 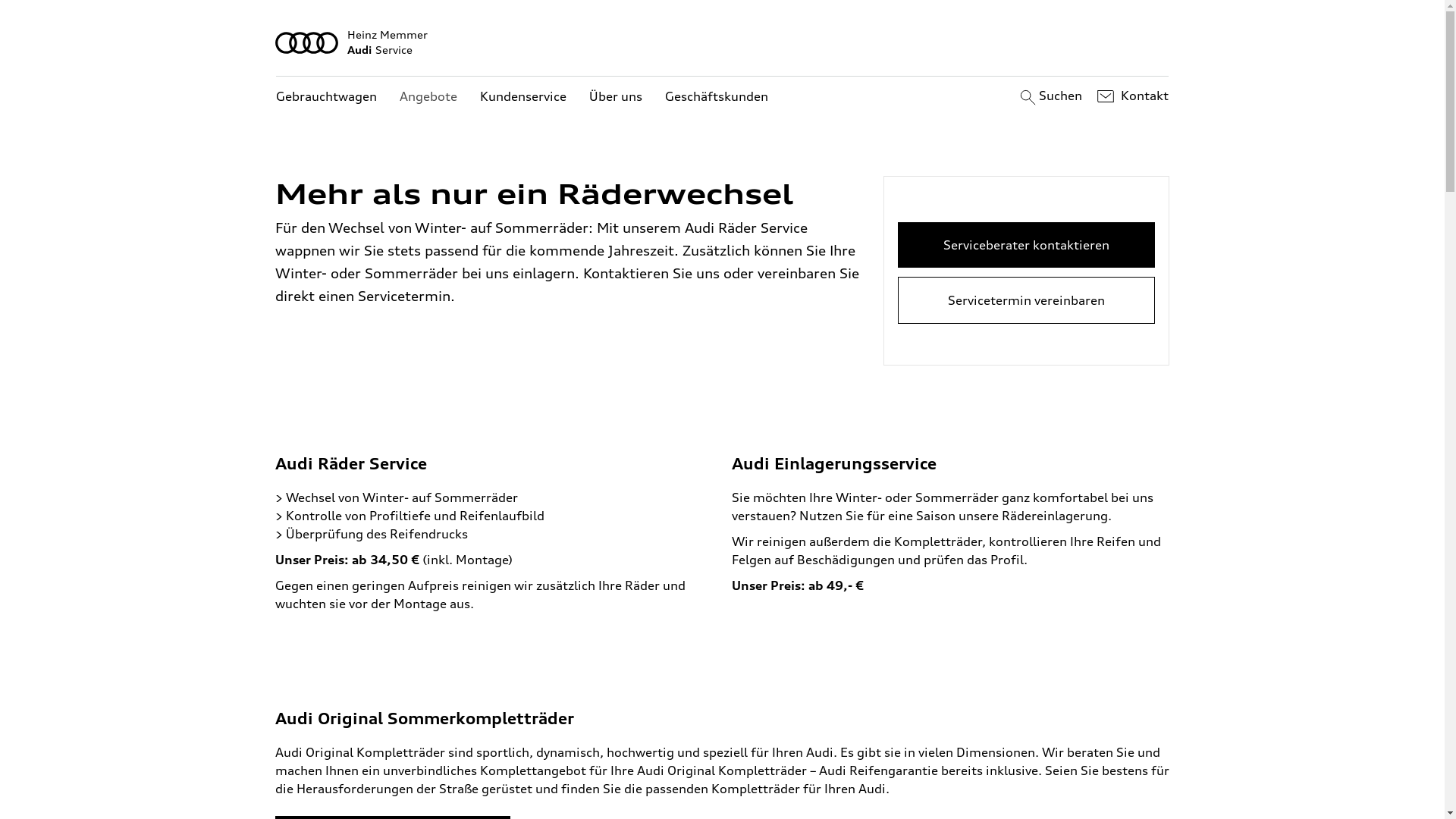 I want to click on 'Servicetermin vereinbaren', so click(x=1026, y=300).